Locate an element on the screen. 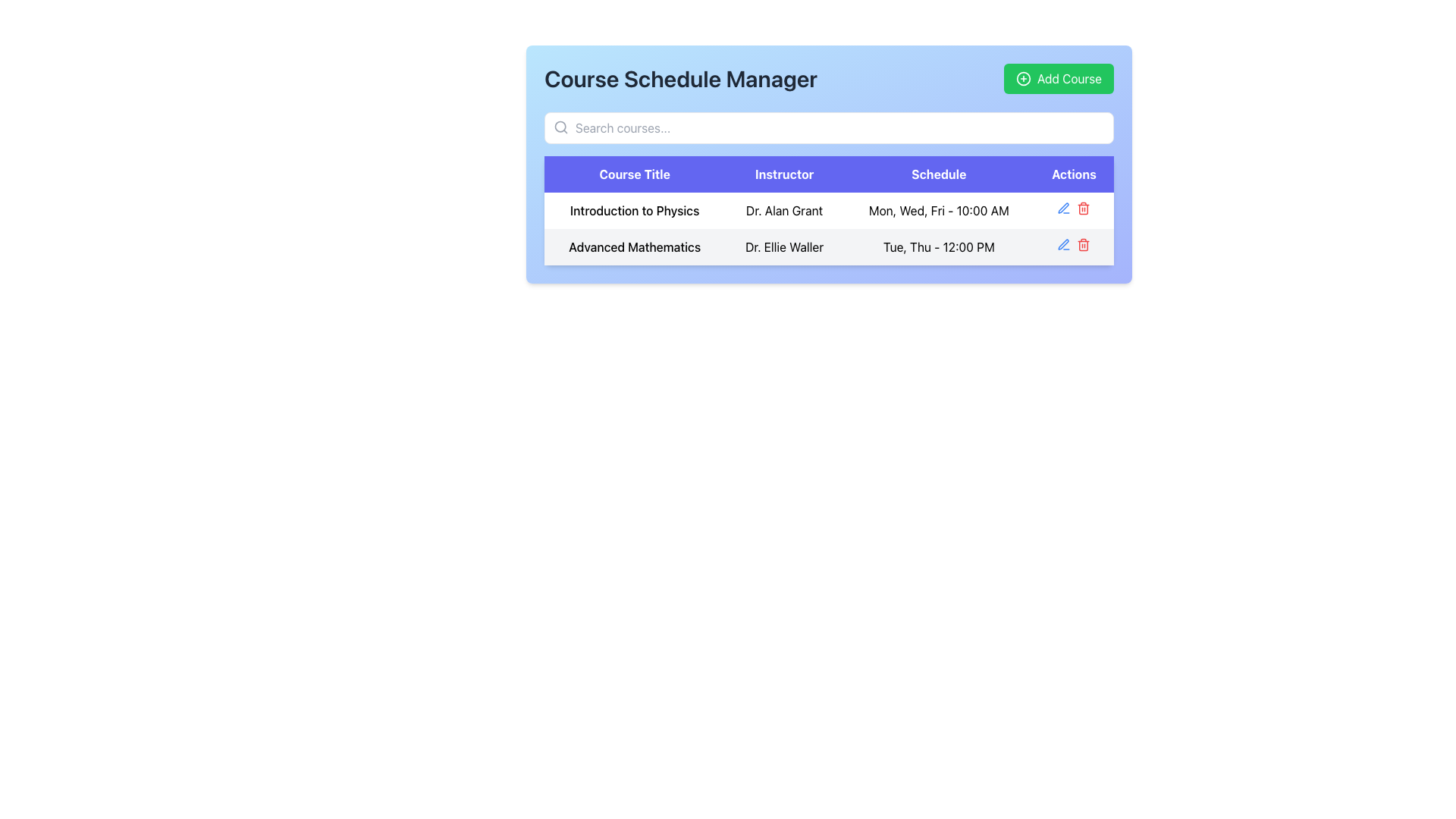  table header row with a blue background and white text containing 'Course Title', 'Instructor', 'Schedule', and 'Actions' is located at coordinates (828, 174).